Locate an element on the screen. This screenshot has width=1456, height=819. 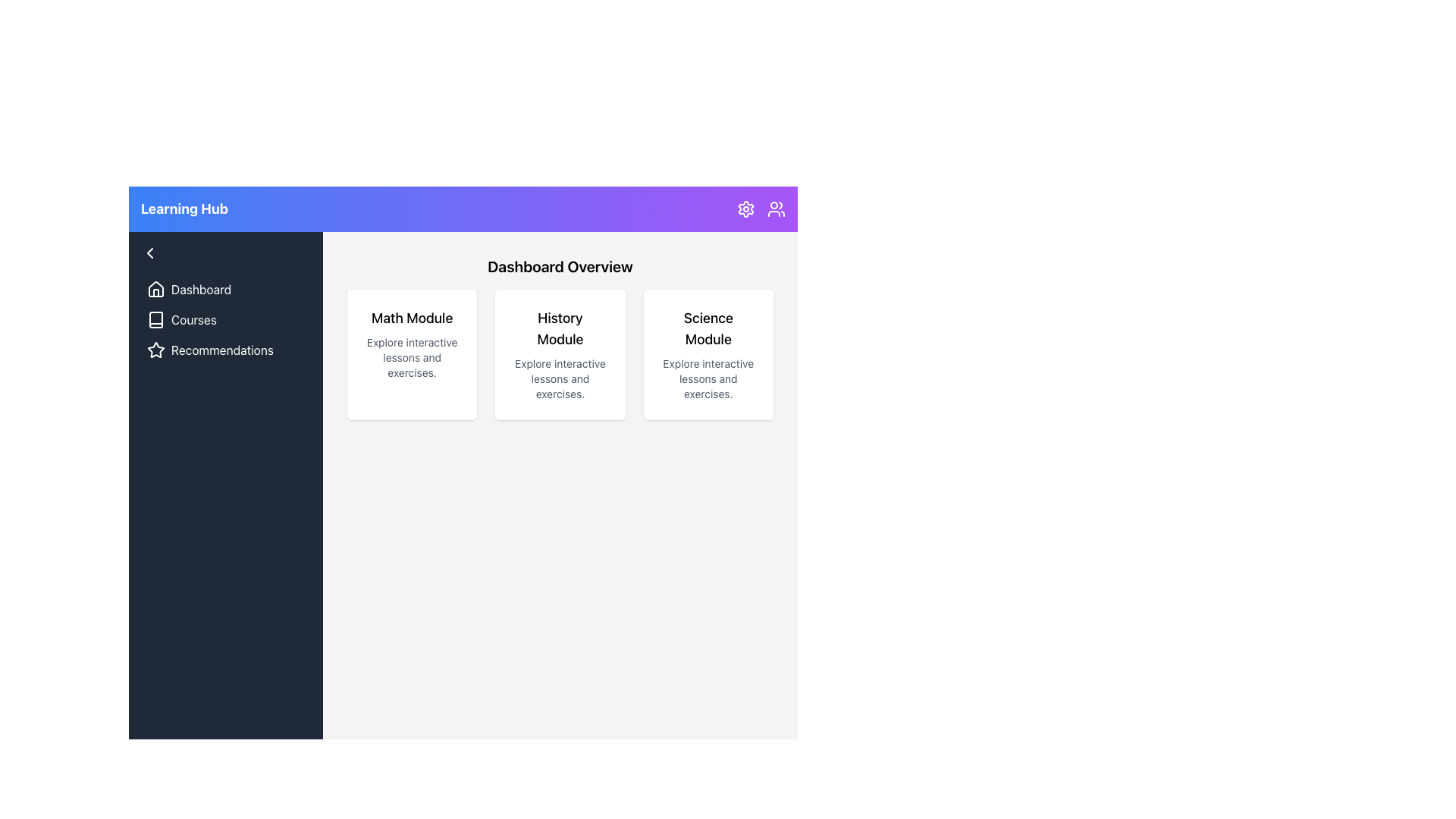
the house icon SVG element is located at coordinates (156, 289).